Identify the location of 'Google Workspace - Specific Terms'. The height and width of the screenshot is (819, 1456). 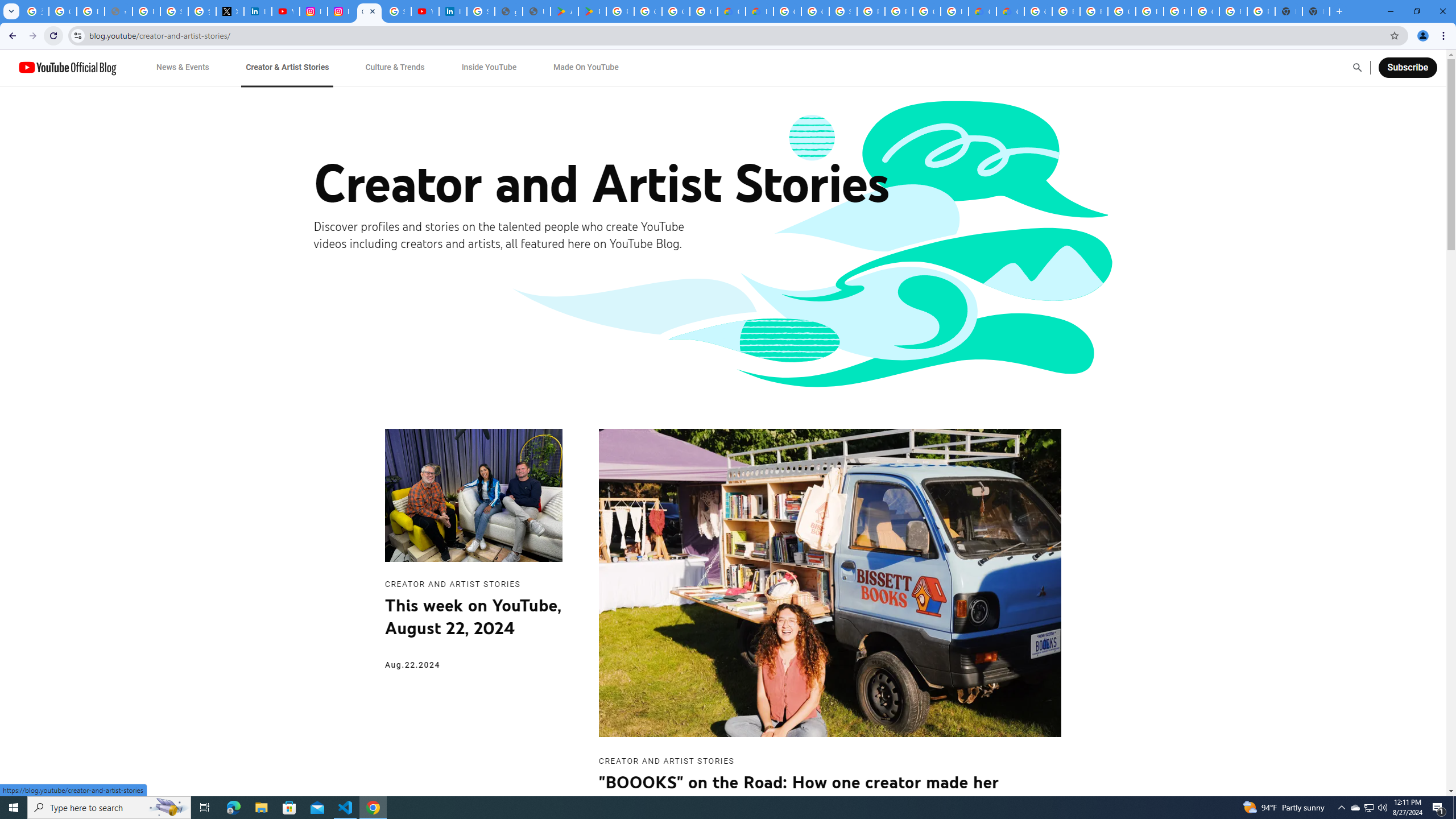
(702, 11).